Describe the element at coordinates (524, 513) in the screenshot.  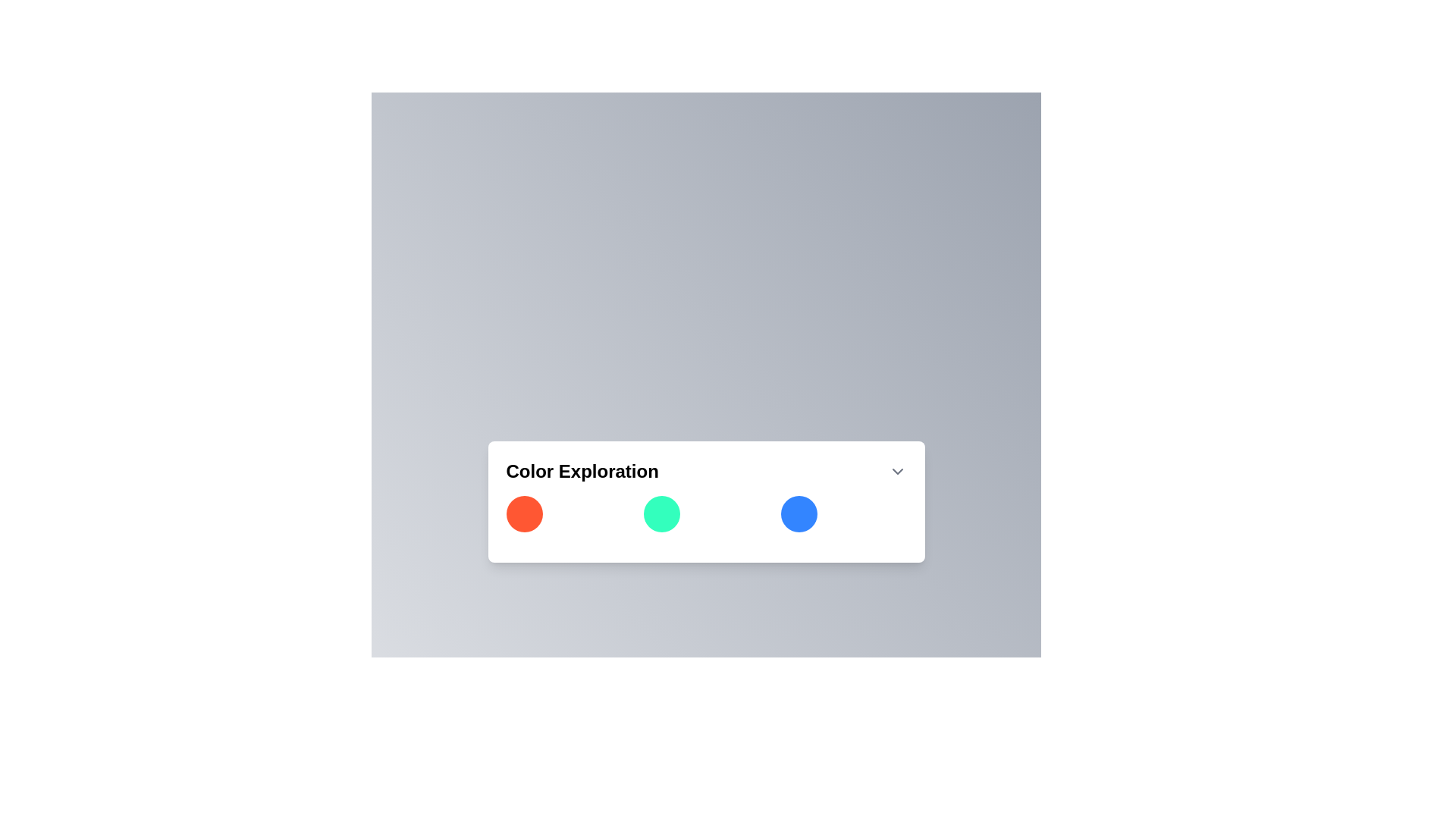
I see `the circular button that represents the color orange, located in the top-left corner of the grid layout under the 'Color Exploration' title` at that location.